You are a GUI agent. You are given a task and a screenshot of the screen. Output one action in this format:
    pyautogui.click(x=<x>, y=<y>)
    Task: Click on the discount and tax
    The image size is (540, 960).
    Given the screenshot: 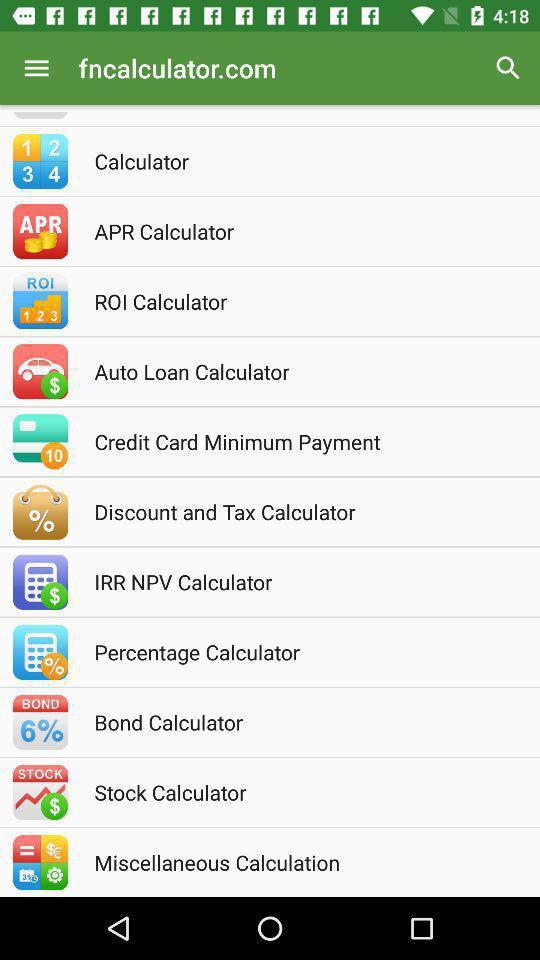 What is the action you would take?
    pyautogui.click(x=296, y=510)
    